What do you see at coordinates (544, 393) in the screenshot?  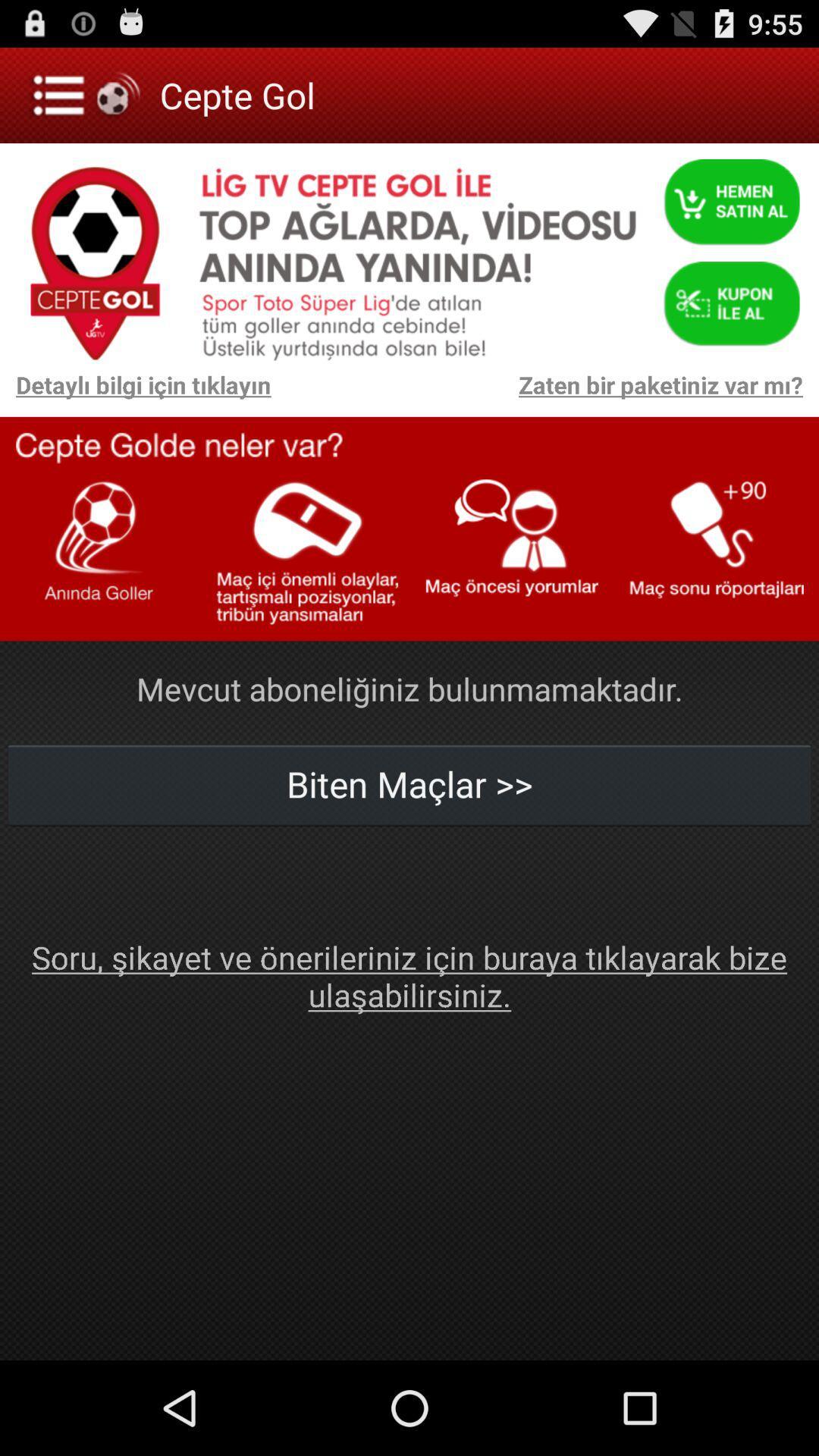 I see `a option zaten bir paketiniz var mi on a page` at bounding box center [544, 393].